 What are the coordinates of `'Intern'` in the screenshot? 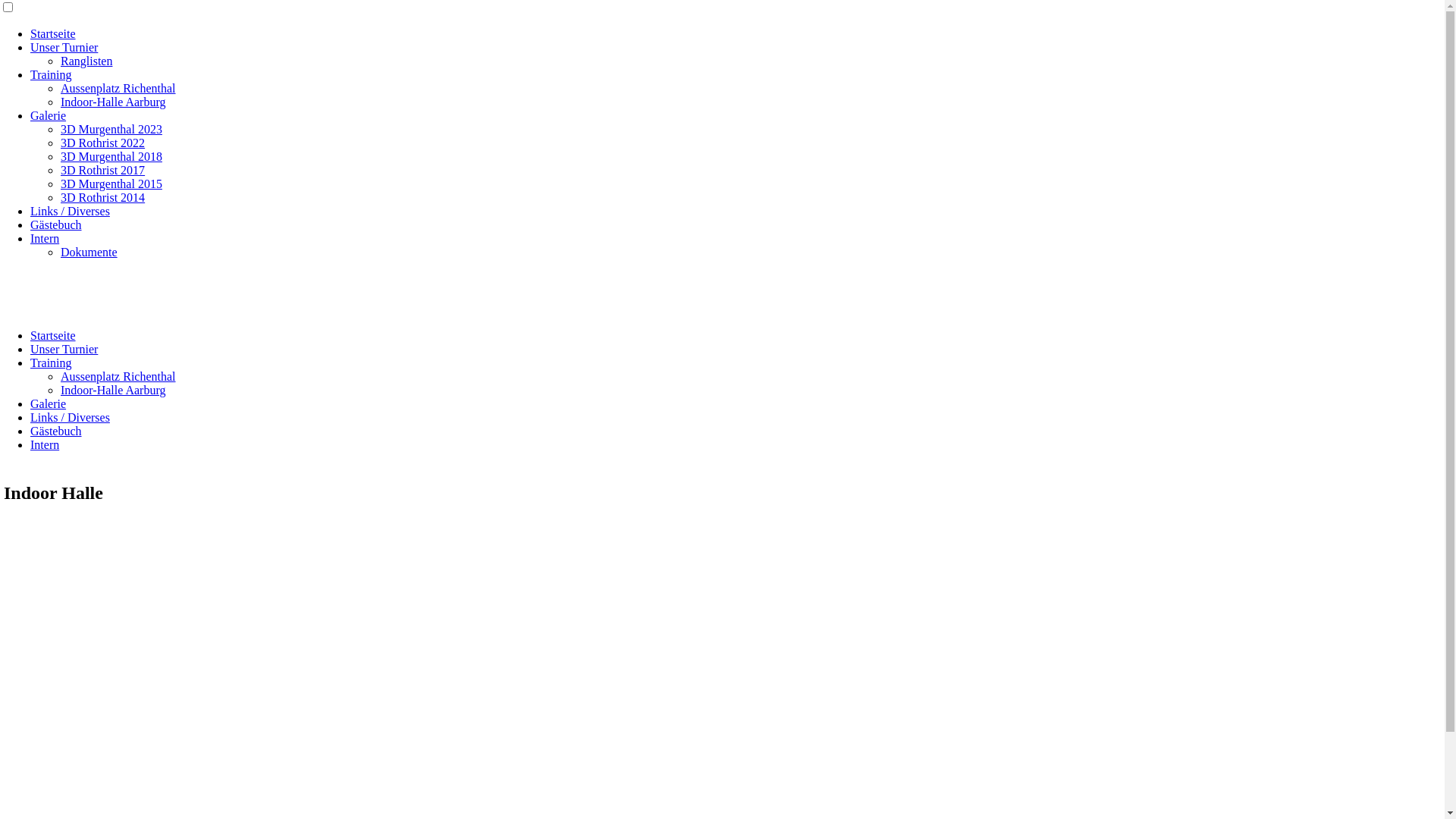 It's located at (44, 444).